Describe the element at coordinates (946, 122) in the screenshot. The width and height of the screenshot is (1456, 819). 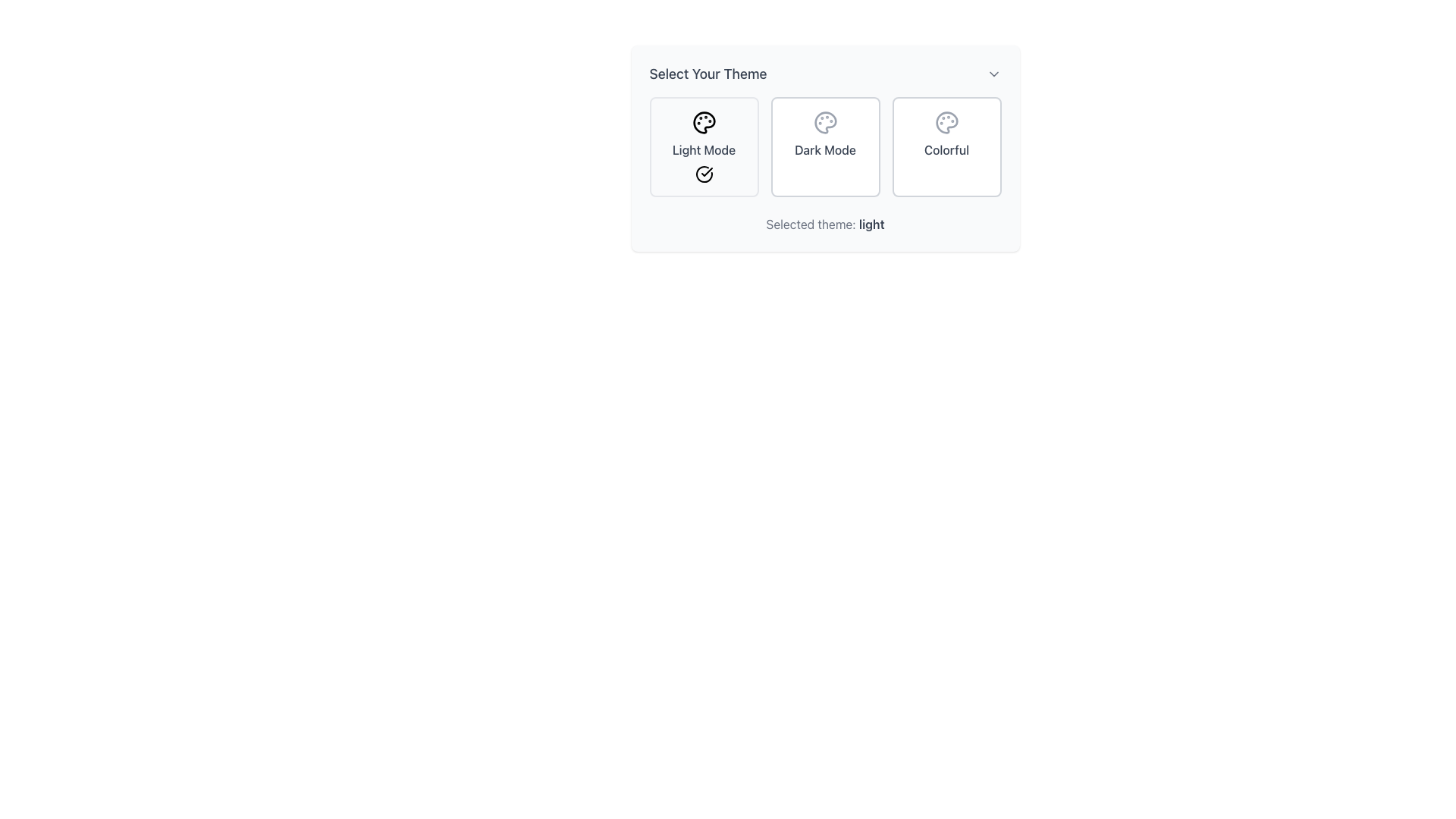
I see `the 'Colorful' theme selection SVG icon located in the center-right area of the 'Select Your Theme' options` at that location.